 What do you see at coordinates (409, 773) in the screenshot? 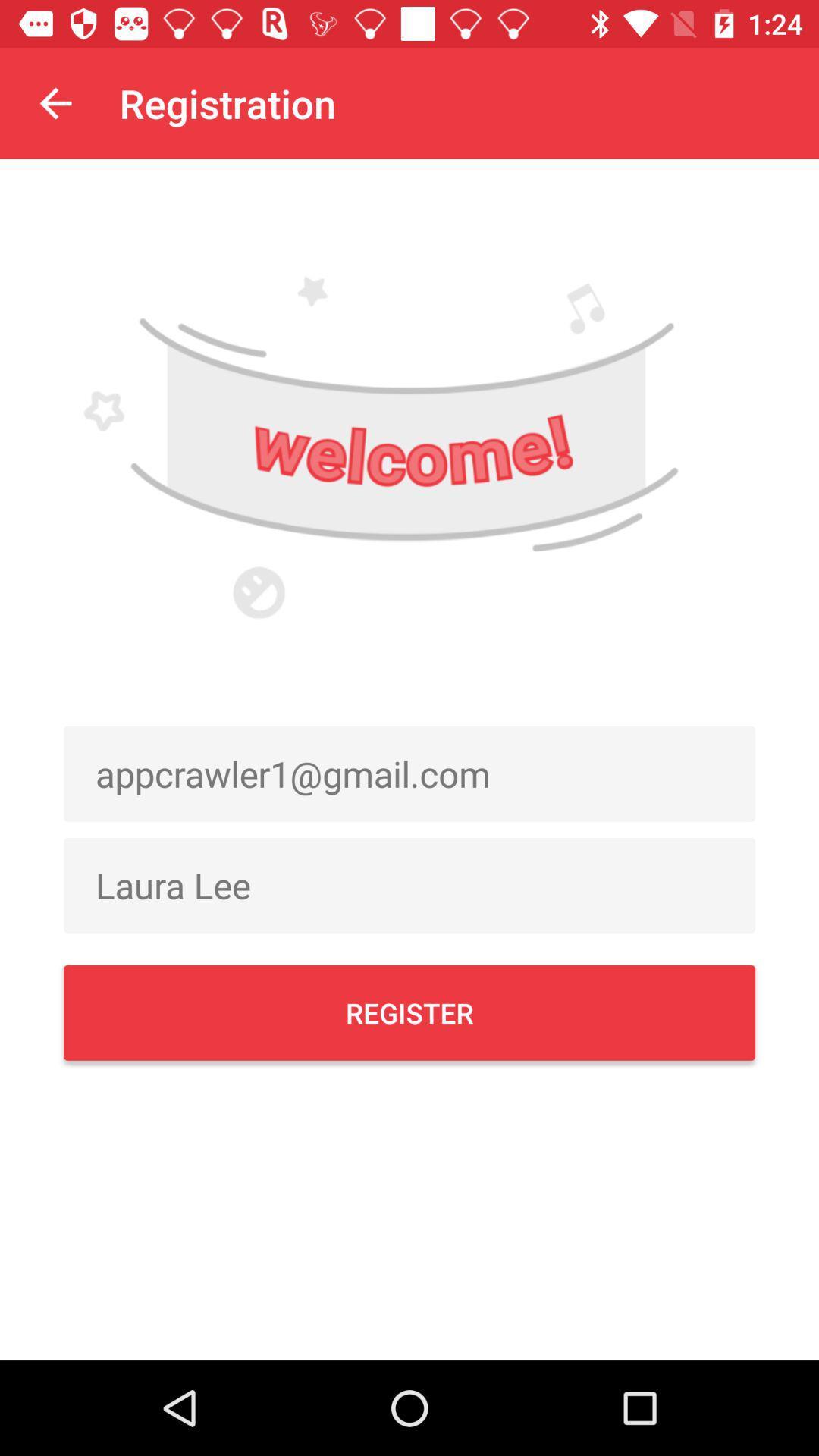
I see `the appcrawler1@gmail.com item` at bounding box center [409, 773].